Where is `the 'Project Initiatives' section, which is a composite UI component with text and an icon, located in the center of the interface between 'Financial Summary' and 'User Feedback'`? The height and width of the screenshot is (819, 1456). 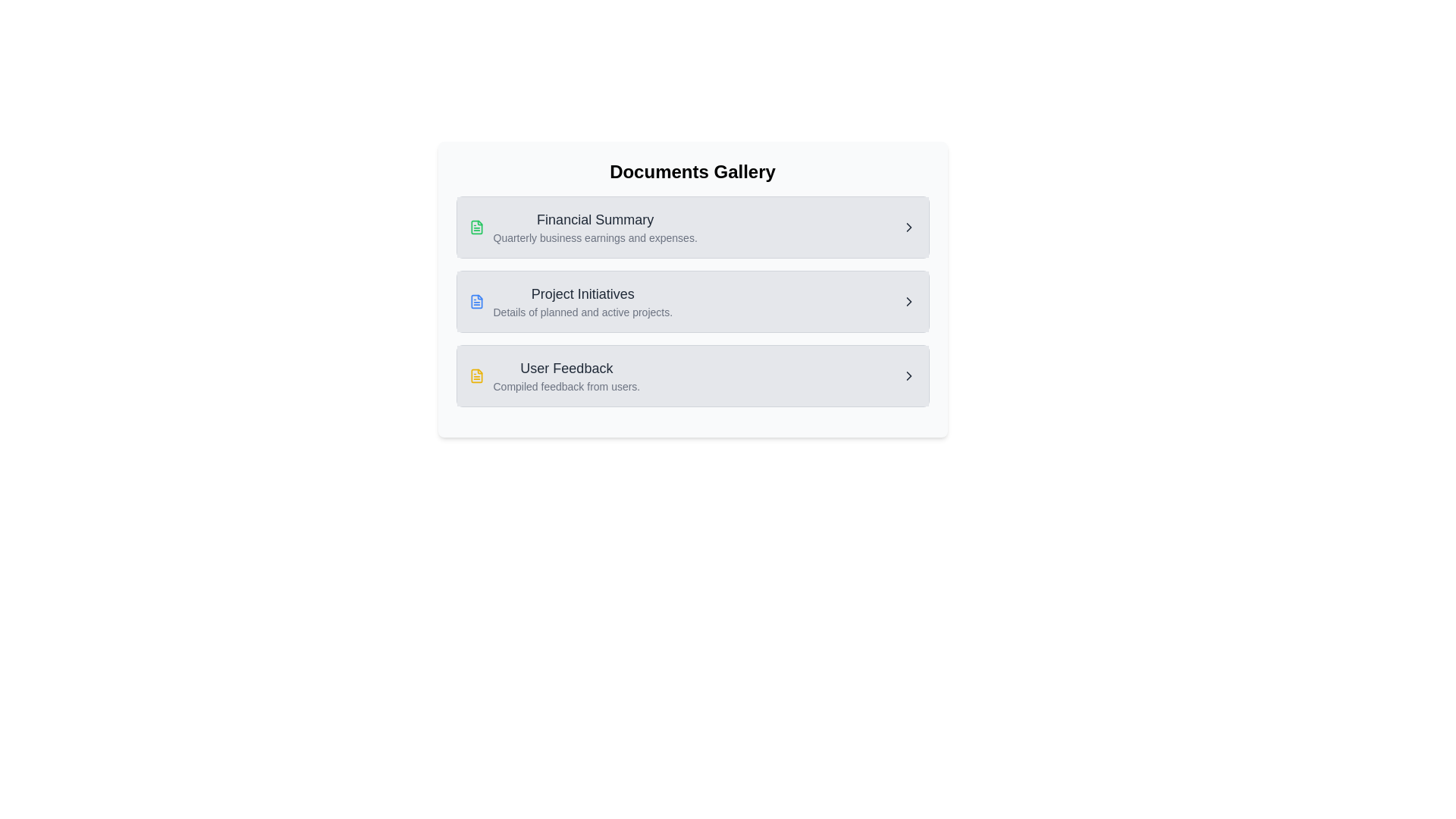
the 'Project Initiatives' section, which is a composite UI component with text and an icon, located in the center of the interface between 'Financial Summary' and 'User Feedback' is located at coordinates (570, 301).